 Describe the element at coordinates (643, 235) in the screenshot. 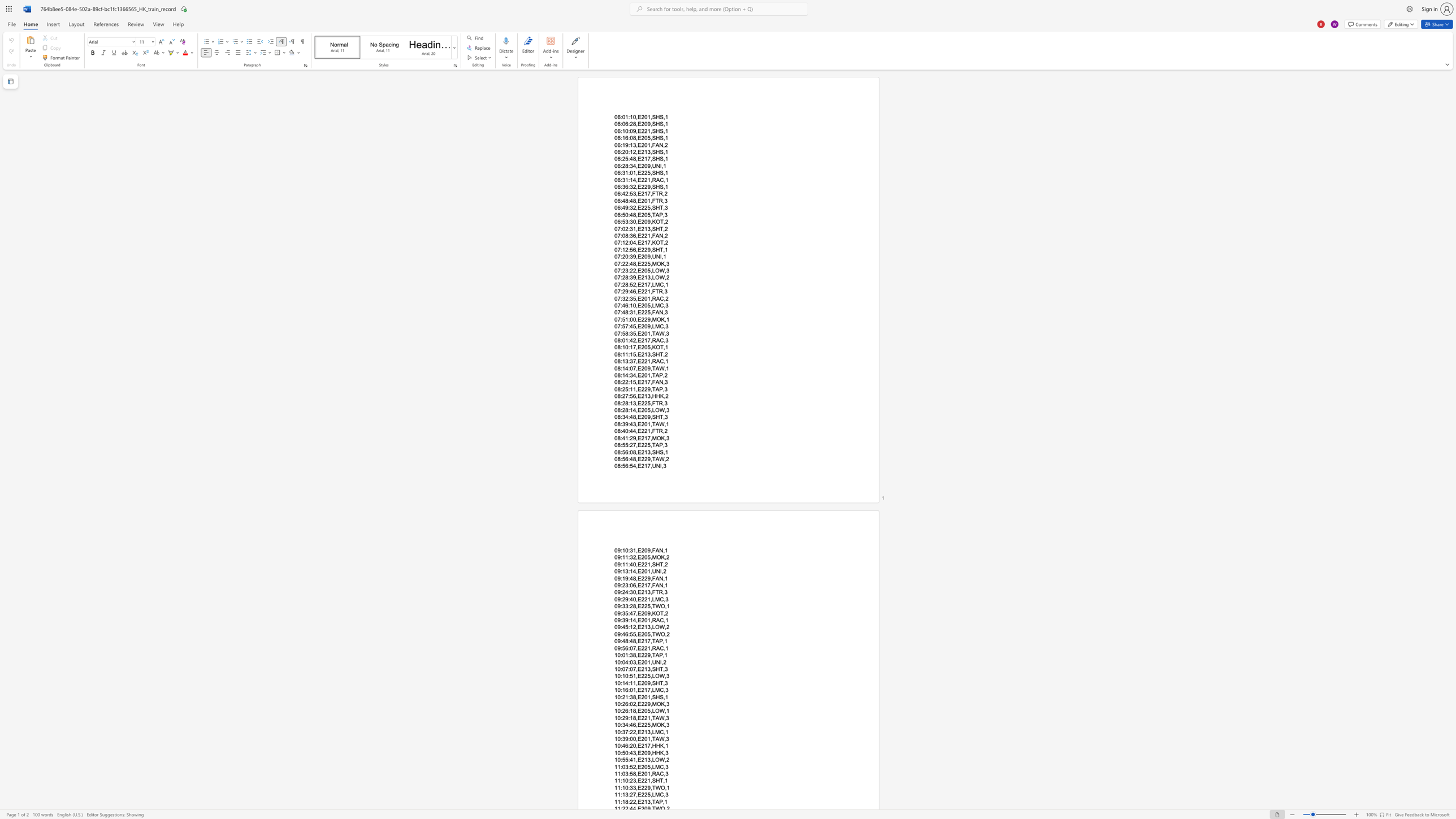

I see `the space between the continuous character "2" and "2" in the text` at that location.